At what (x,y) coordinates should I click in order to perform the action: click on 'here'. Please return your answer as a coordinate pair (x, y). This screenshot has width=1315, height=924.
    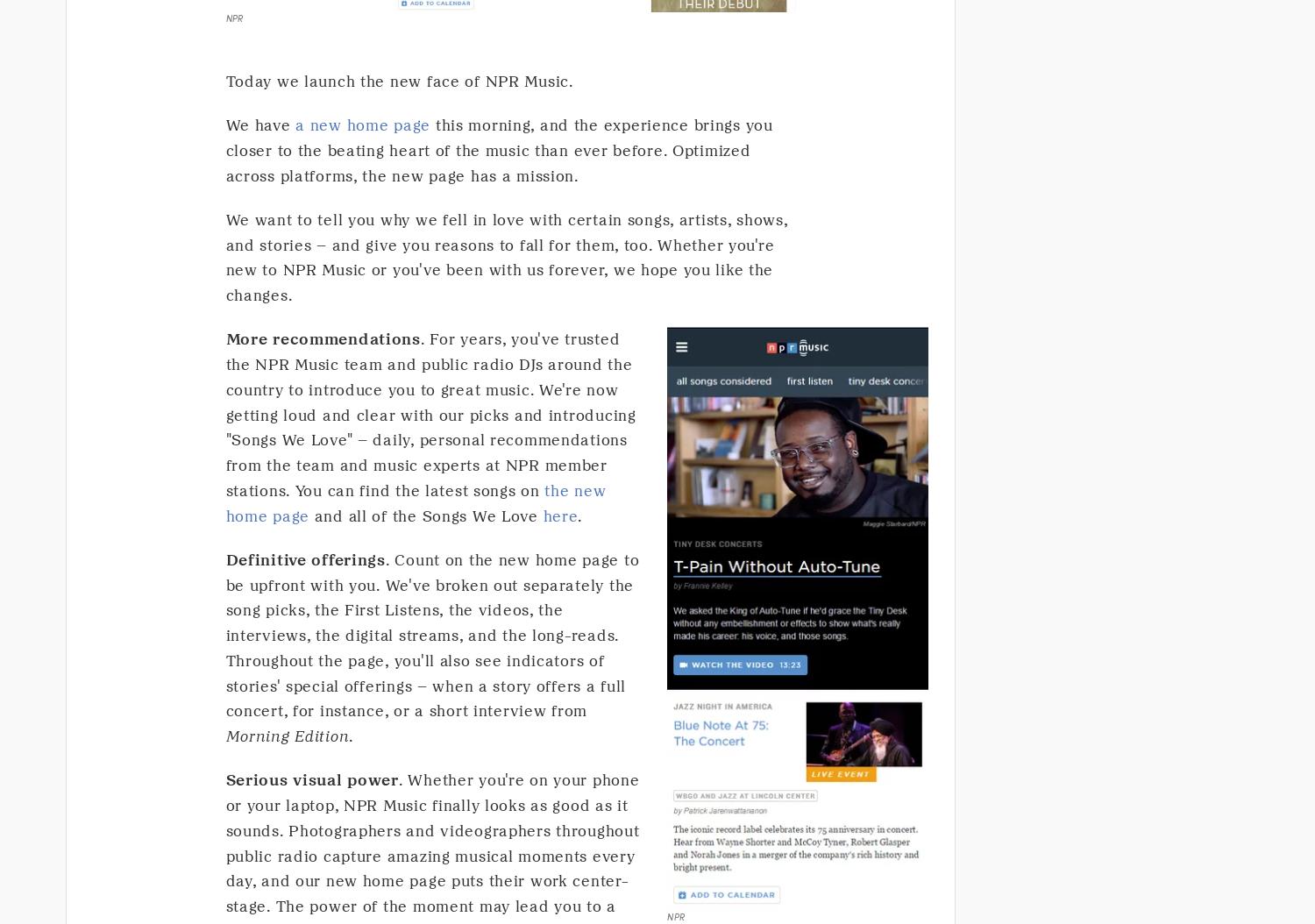
    Looking at the image, I should click on (560, 515).